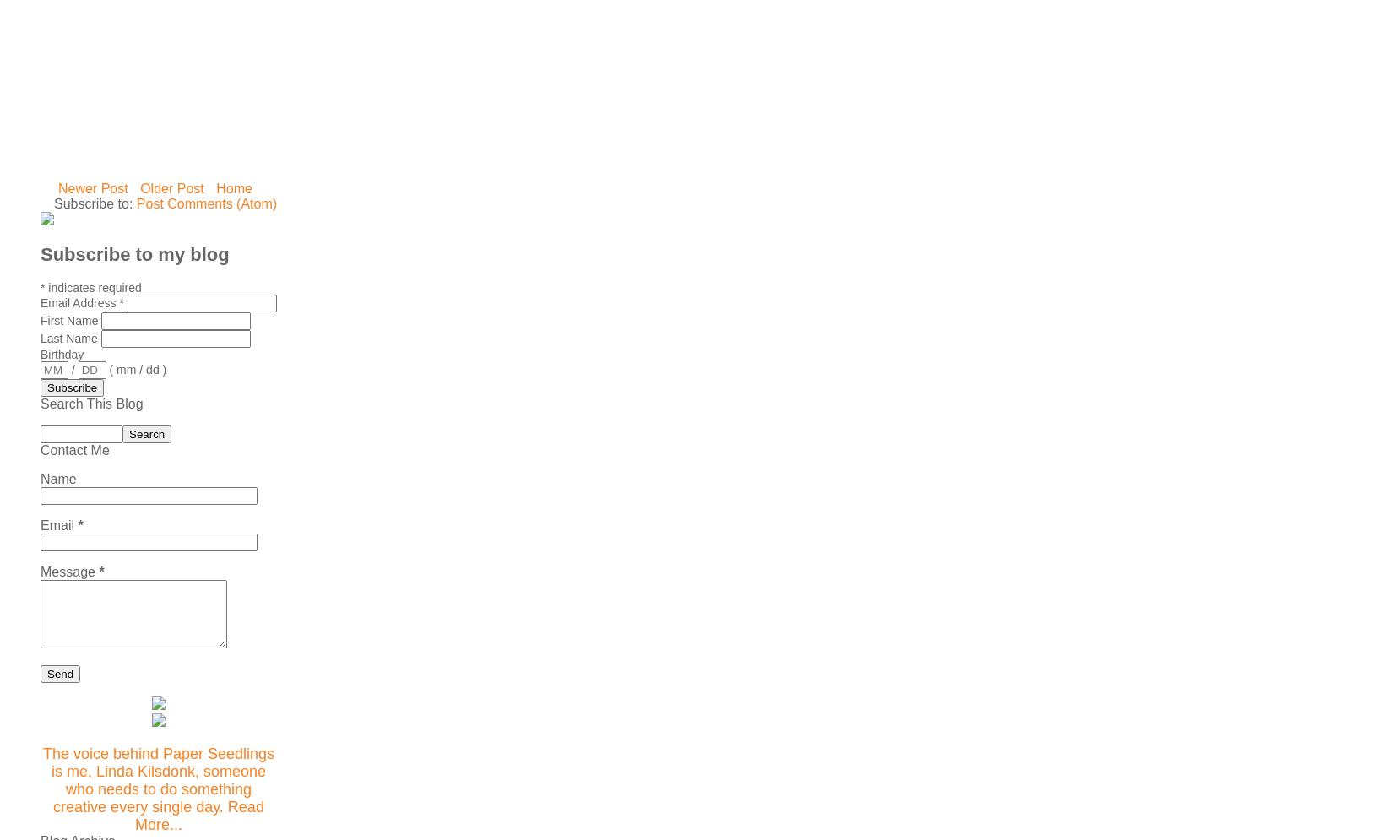  What do you see at coordinates (40, 319) in the screenshot?
I see `'First Name'` at bounding box center [40, 319].